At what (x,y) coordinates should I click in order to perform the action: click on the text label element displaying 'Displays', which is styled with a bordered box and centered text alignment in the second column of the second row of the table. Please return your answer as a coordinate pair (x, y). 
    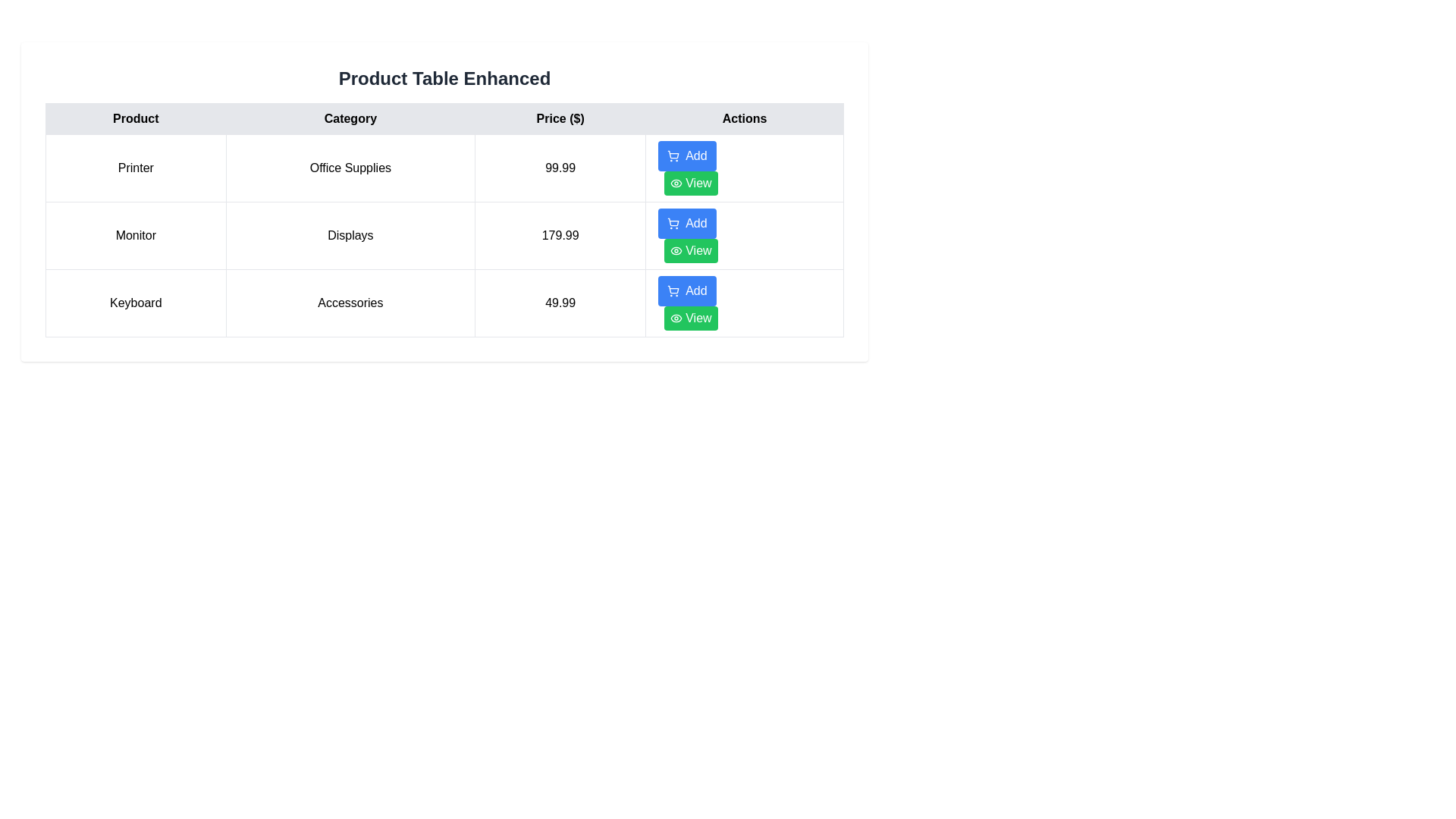
    Looking at the image, I should click on (350, 236).